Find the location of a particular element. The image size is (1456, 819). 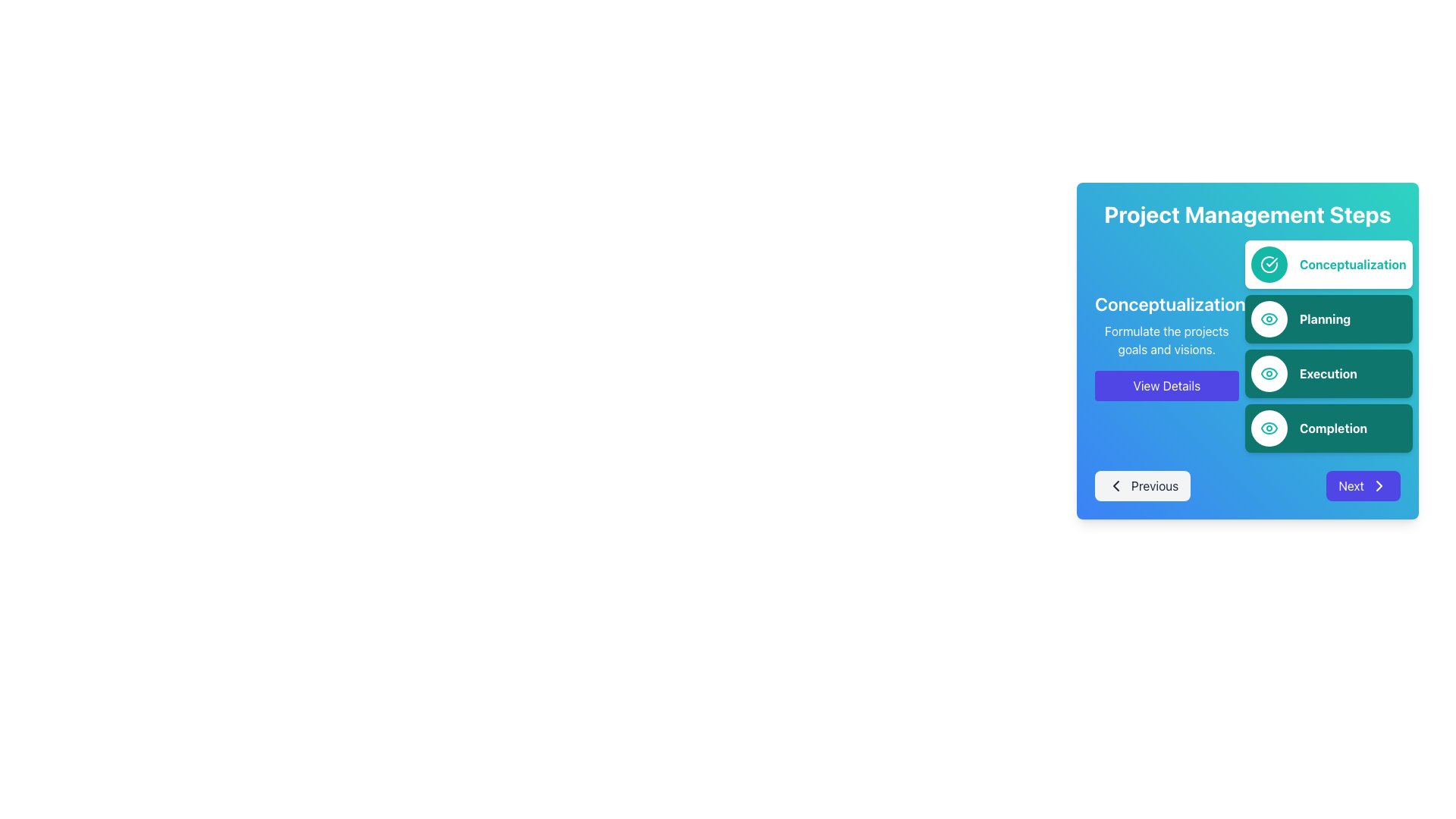

the bold text label displaying 'Execution', which is white on a teal background, positioned centrally below the 'Planning' text and above the 'Completion' text is located at coordinates (1327, 374).